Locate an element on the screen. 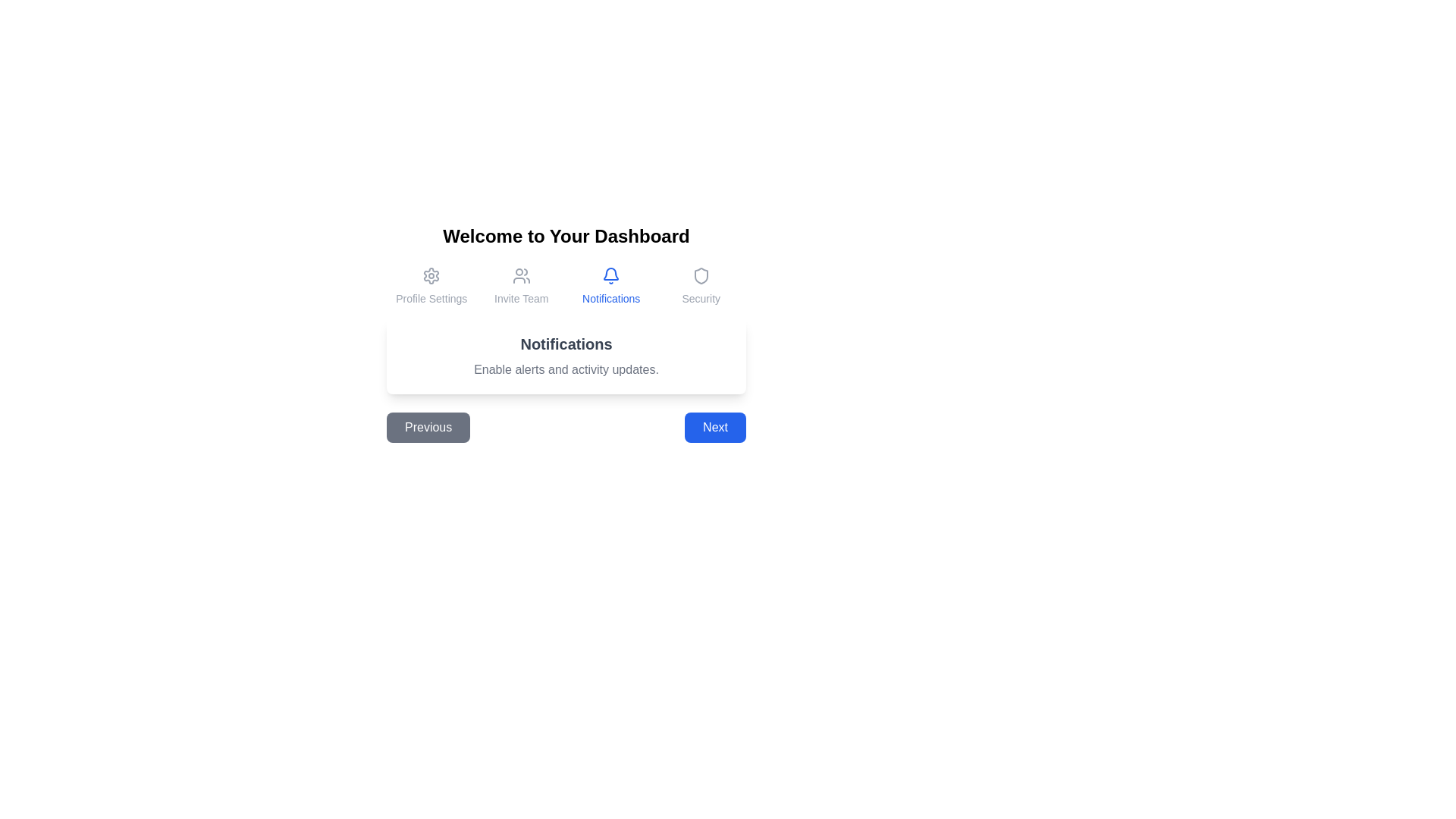 Image resolution: width=1456 pixels, height=819 pixels. keyboard navigation is located at coordinates (521, 287).